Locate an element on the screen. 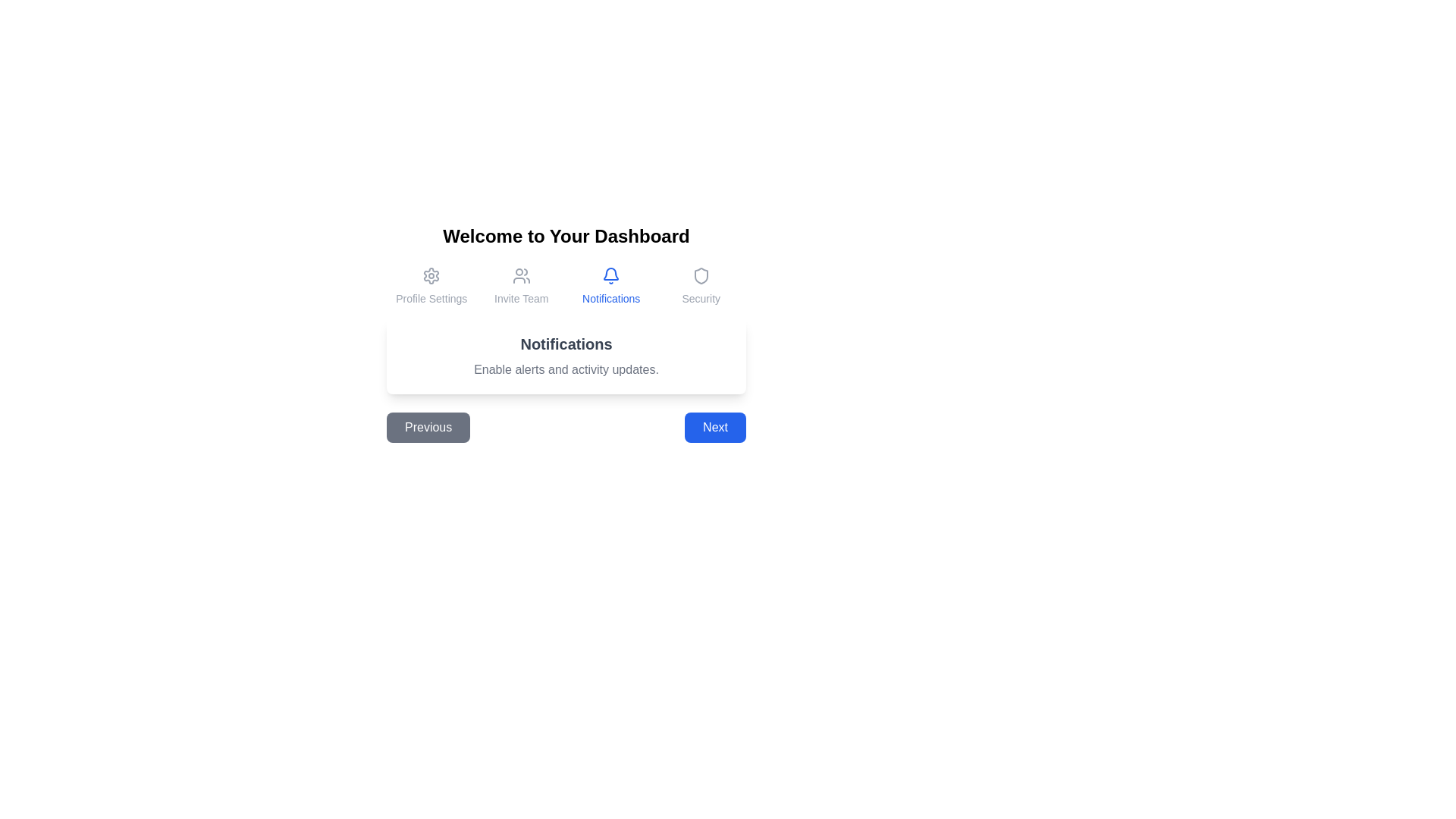 Image resolution: width=1456 pixels, height=819 pixels. keyboard navigation is located at coordinates (521, 287).